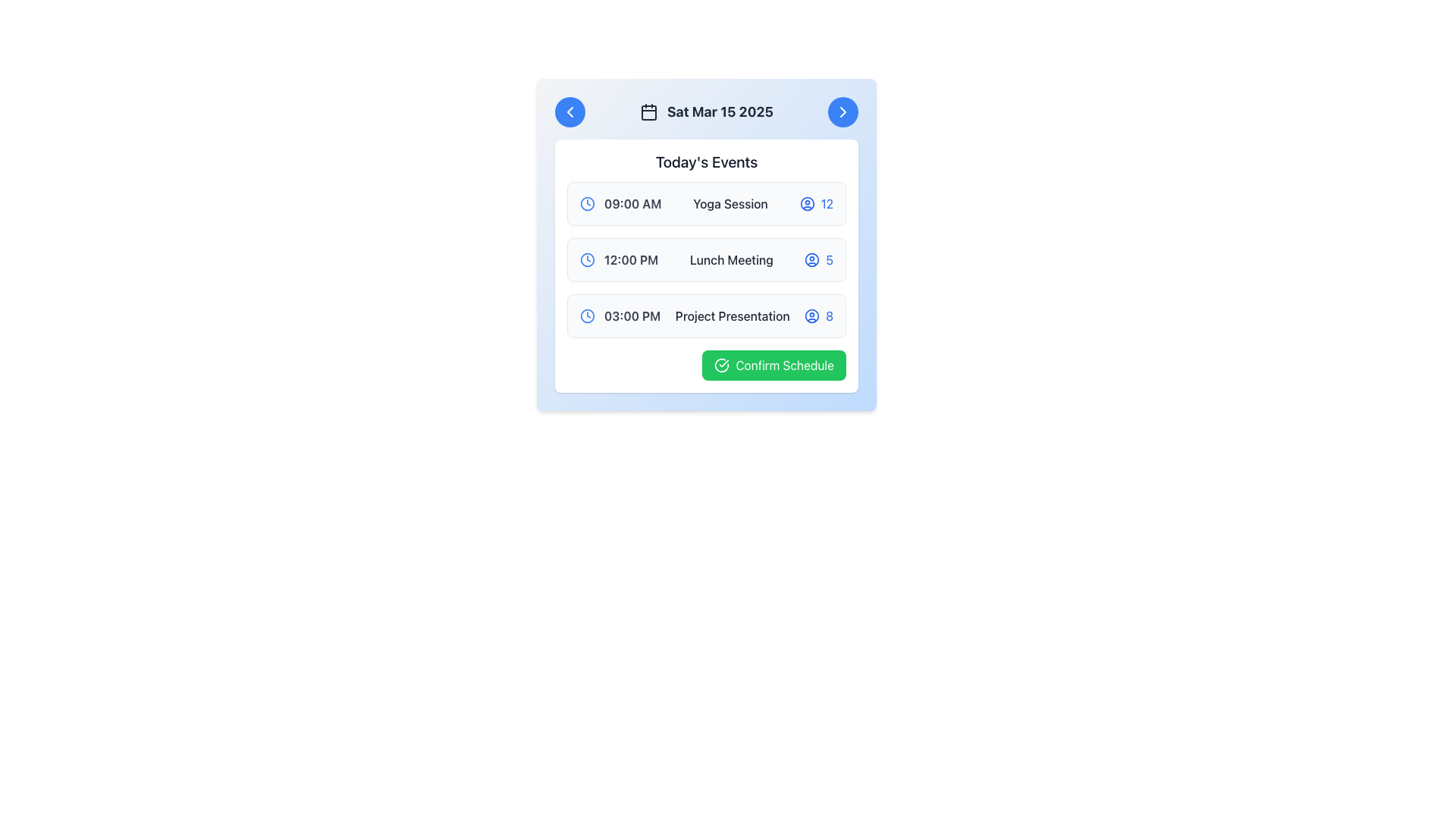  Describe the element at coordinates (705, 259) in the screenshot. I see `the second event entry in the list, which displays '12:00 PM Lunch Meeting' with a participant count of '5'` at that location.